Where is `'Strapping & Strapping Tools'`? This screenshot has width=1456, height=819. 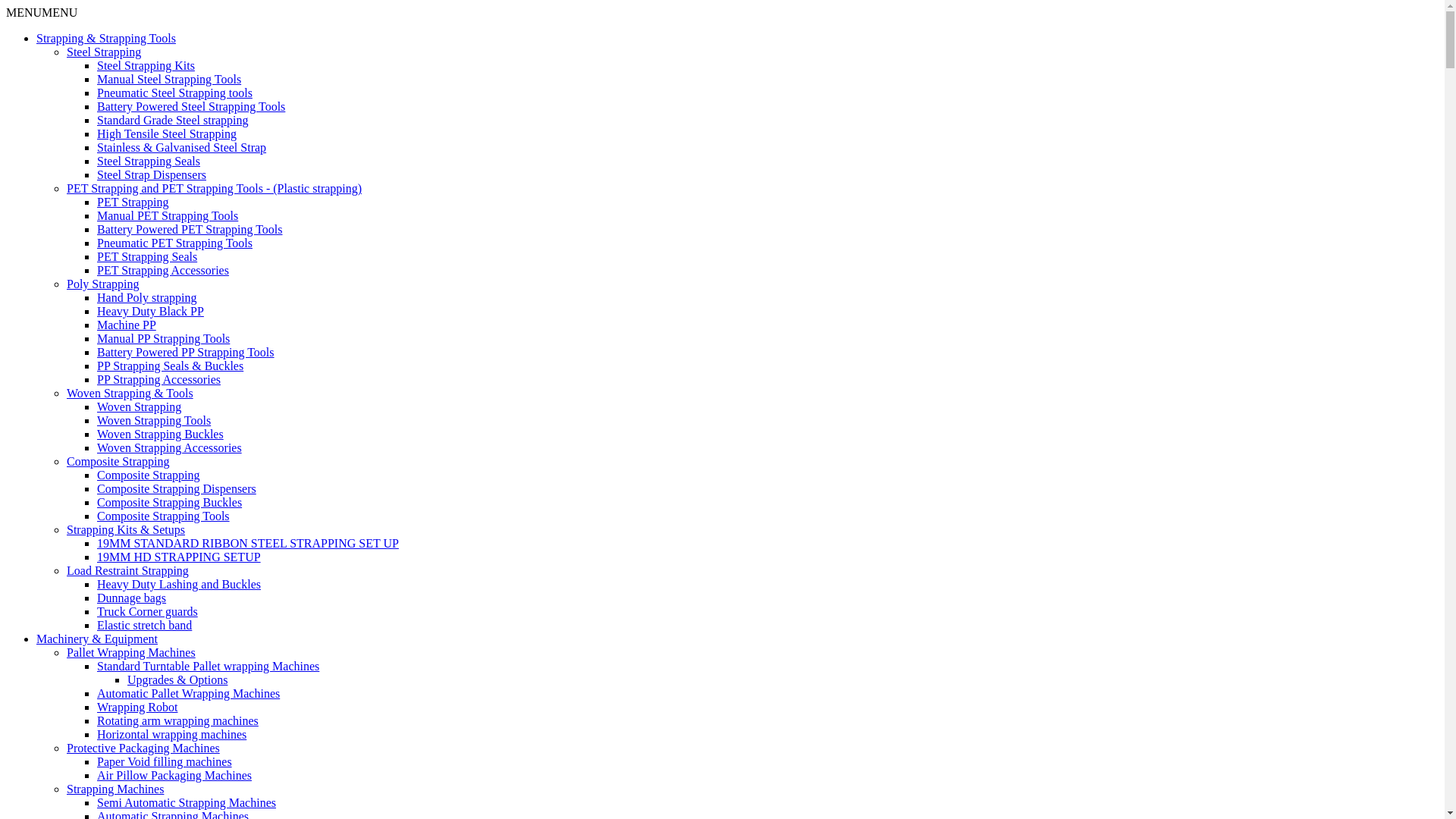
'Strapping & Strapping Tools' is located at coordinates (105, 37).